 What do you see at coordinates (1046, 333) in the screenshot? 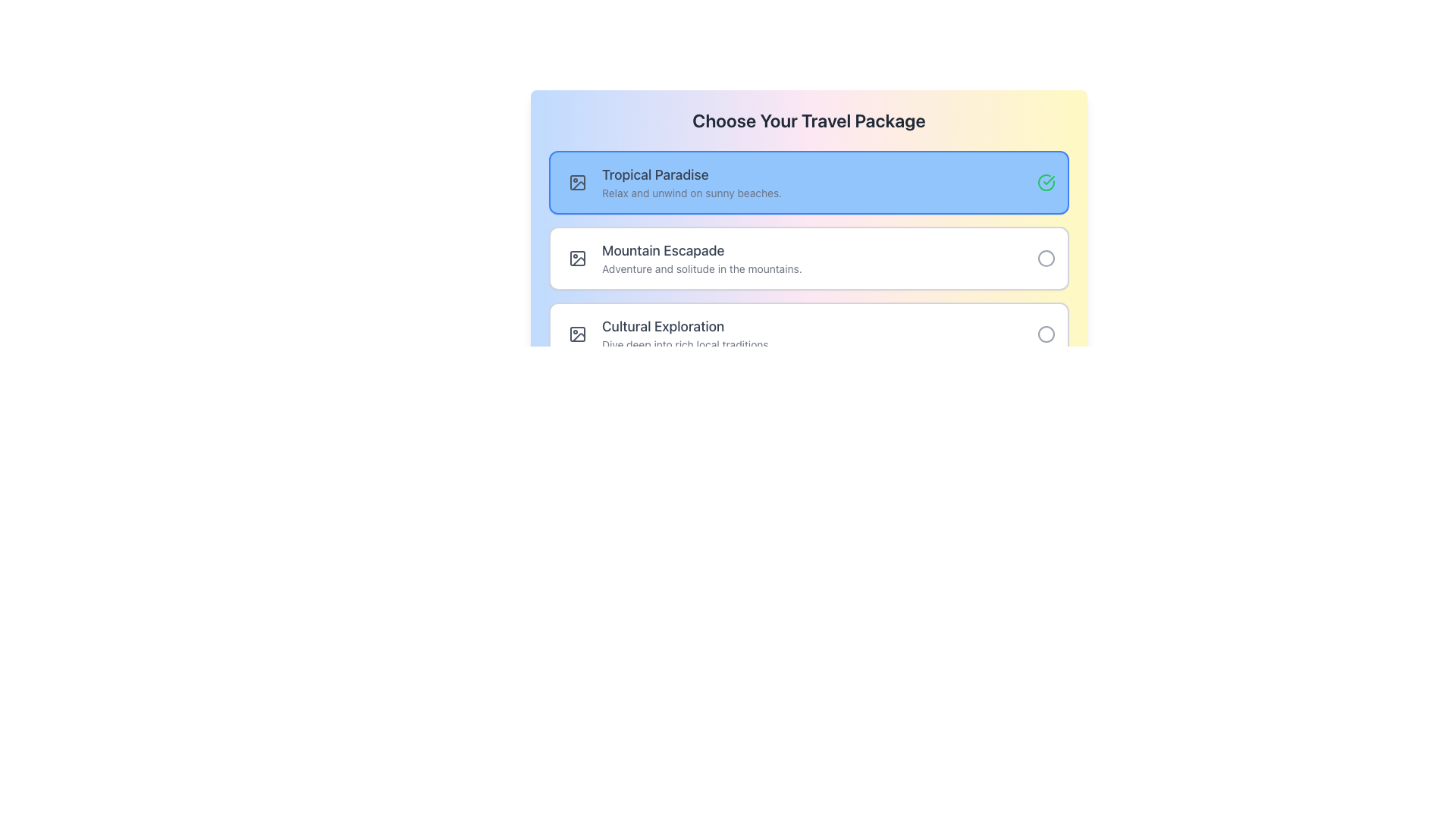
I see `the radio button icon for the 'Cultural Exploration' travel package option, located at the far right of the third list item` at bounding box center [1046, 333].